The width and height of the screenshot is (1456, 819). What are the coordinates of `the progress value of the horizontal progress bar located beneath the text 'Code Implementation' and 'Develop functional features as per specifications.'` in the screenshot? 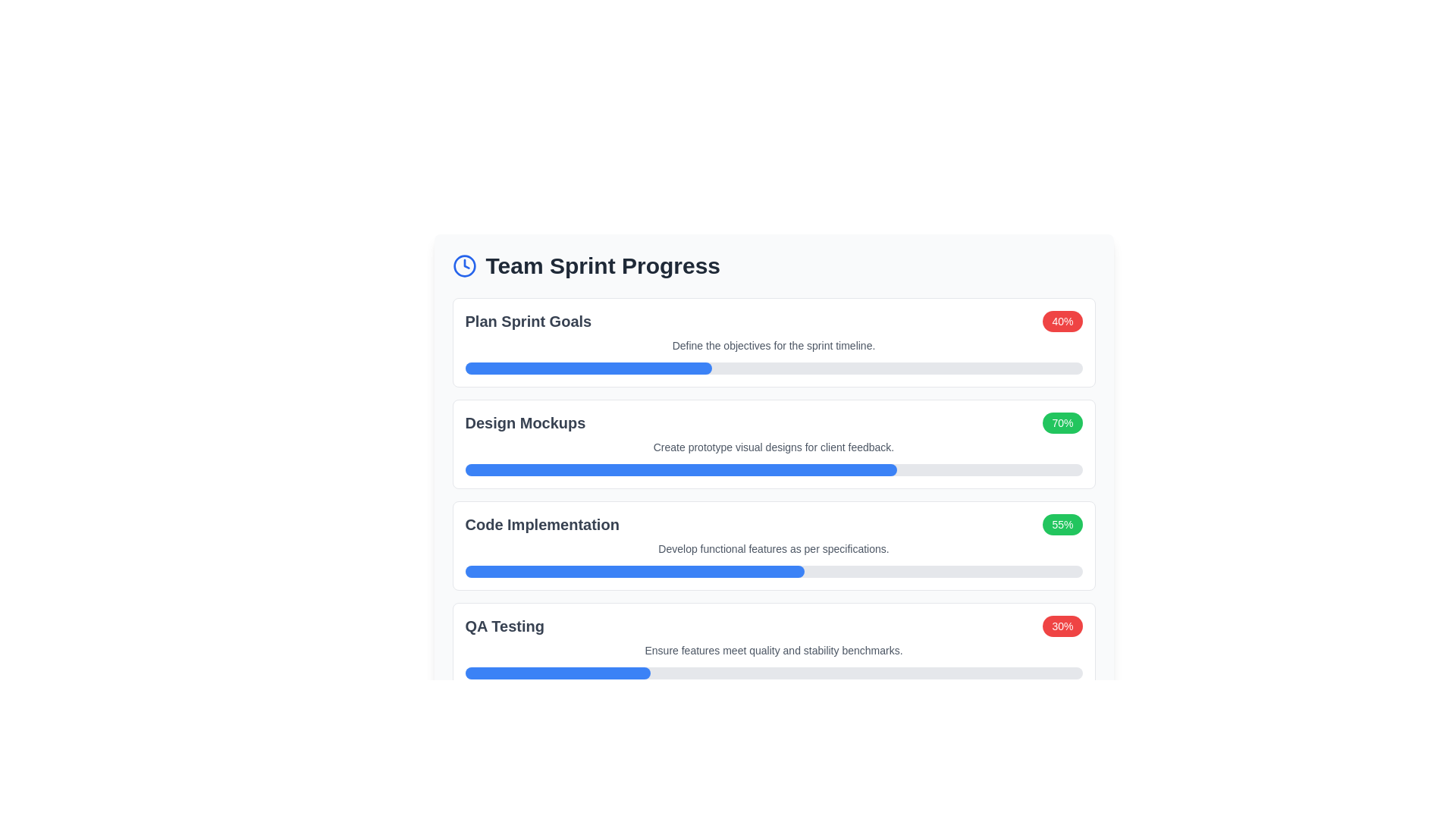 It's located at (773, 571).